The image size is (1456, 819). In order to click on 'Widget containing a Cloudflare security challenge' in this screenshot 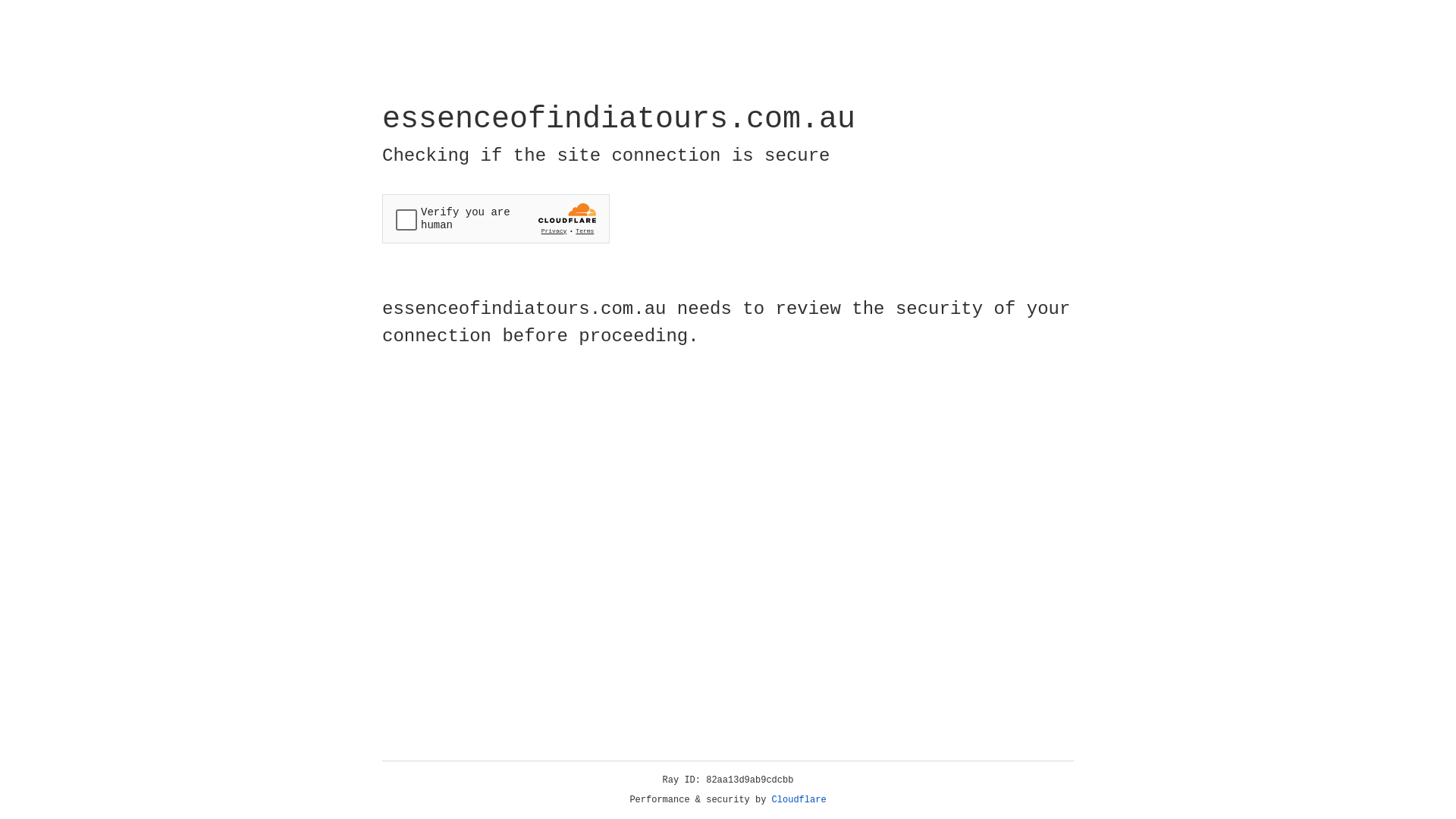, I will do `click(495, 218)`.